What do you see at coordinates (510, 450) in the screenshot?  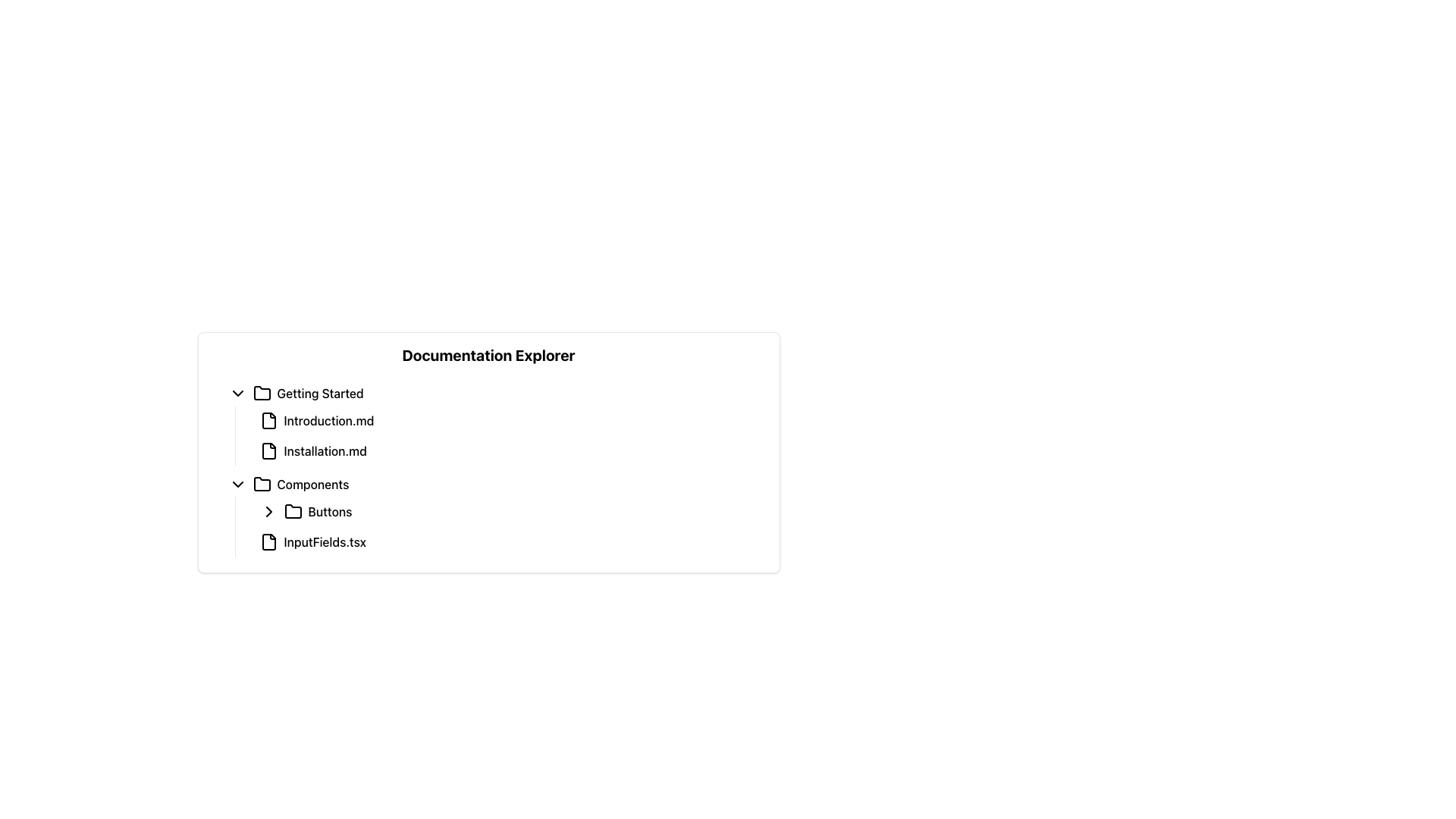 I see `the 'Installation.md' clickable list item` at bounding box center [510, 450].